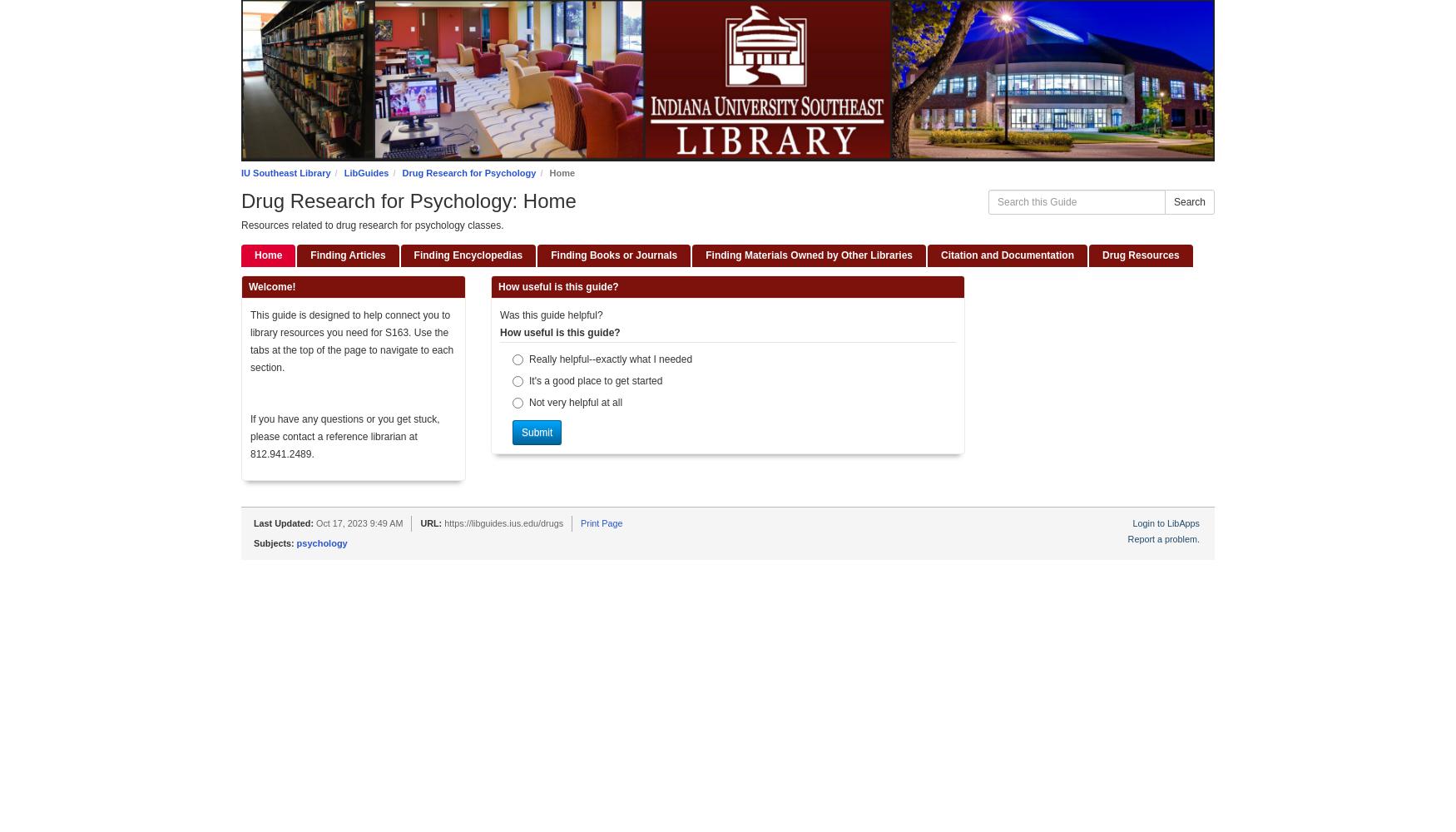 Image resolution: width=1456 pixels, height=832 pixels. Describe the element at coordinates (344, 437) in the screenshot. I see `'If you have any questions or you get stuck, please contact a reference librarian at 812.941.2489.'` at that location.